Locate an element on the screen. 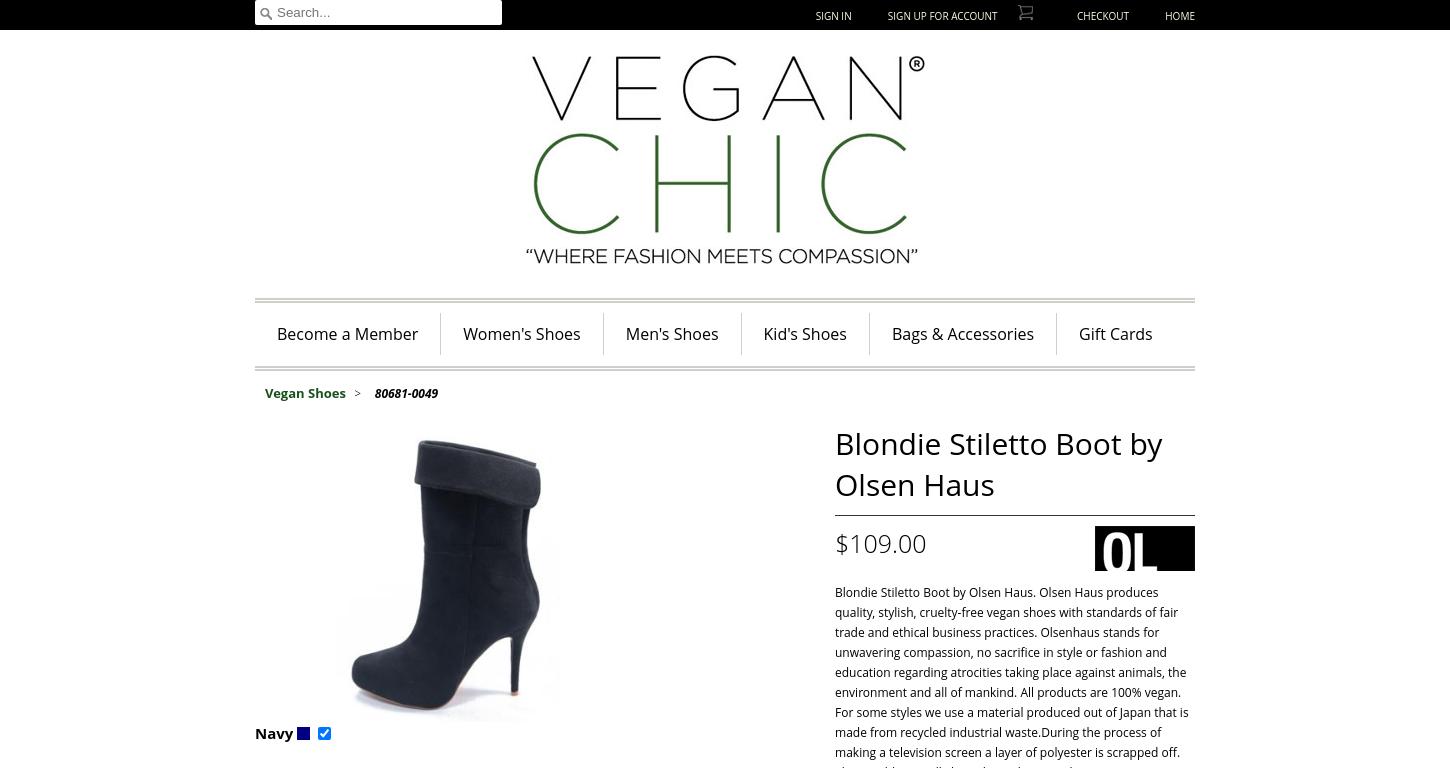 The height and width of the screenshot is (768, 1450). 'Navy' is located at coordinates (255, 731).